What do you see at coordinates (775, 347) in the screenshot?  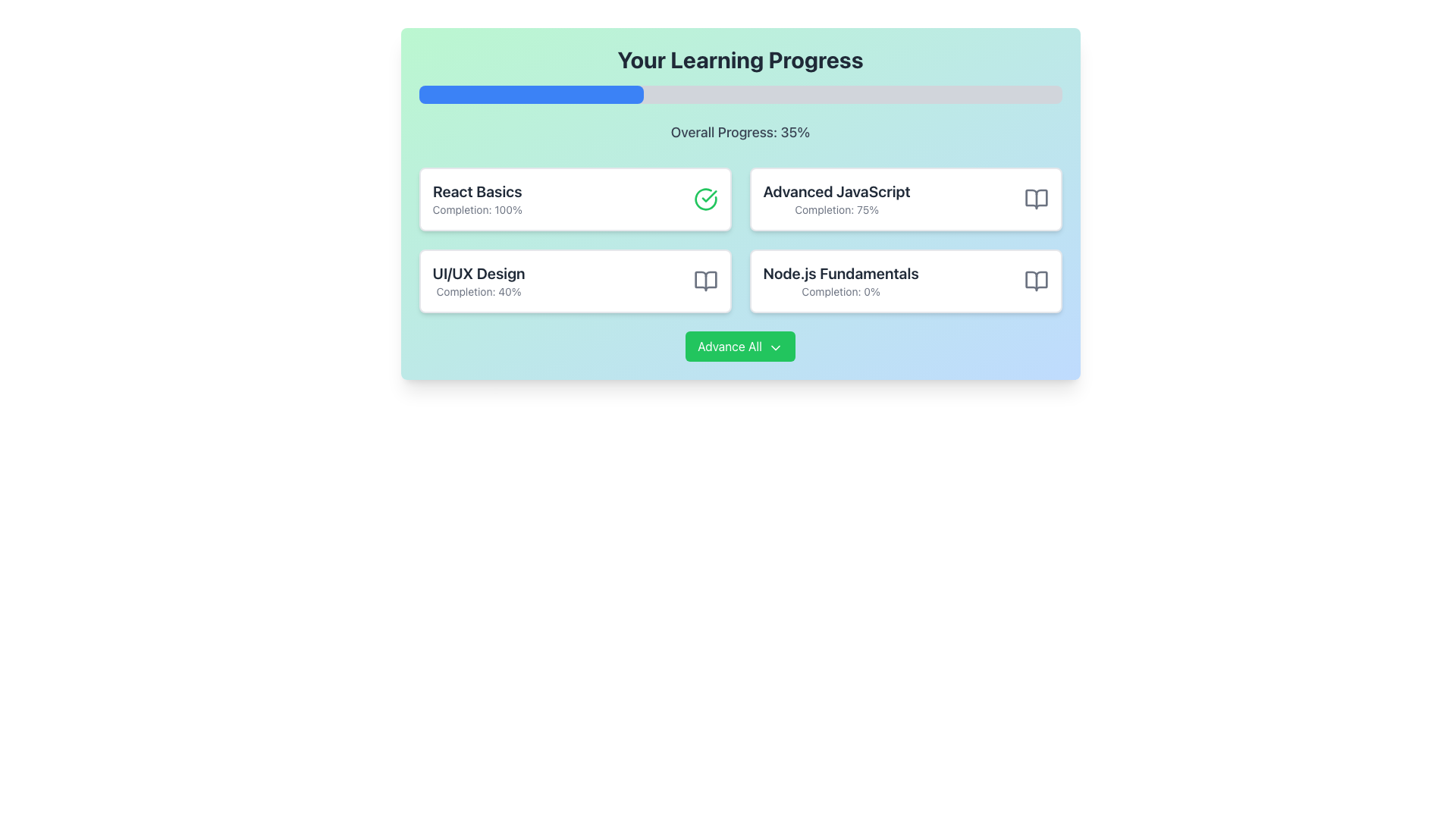 I see `the downwards-facing chevron icon within the 'Advance All' button` at bounding box center [775, 347].